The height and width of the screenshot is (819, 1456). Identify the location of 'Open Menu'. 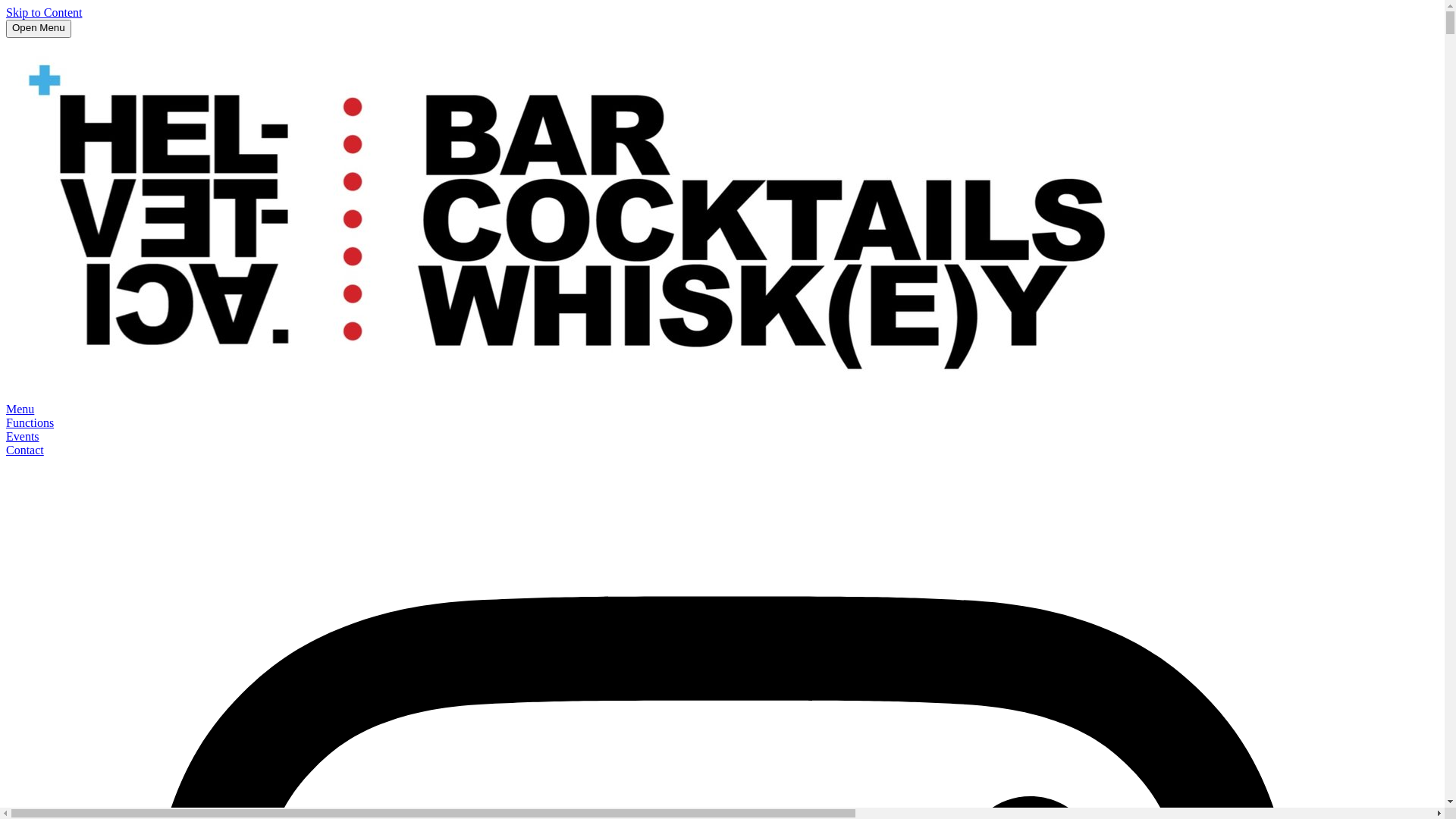
(39, 29).